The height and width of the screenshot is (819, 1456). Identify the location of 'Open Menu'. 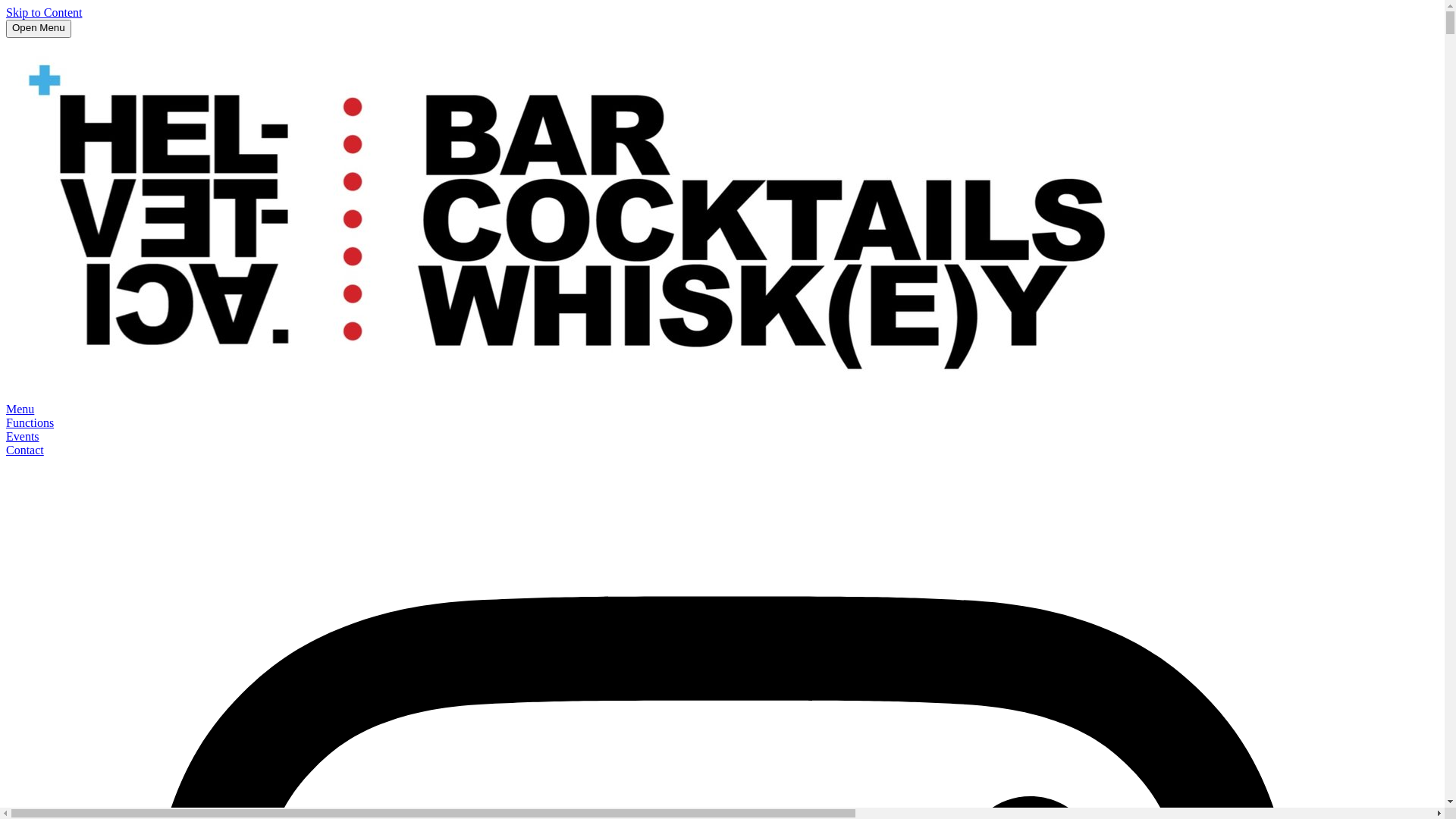
(39, 29).